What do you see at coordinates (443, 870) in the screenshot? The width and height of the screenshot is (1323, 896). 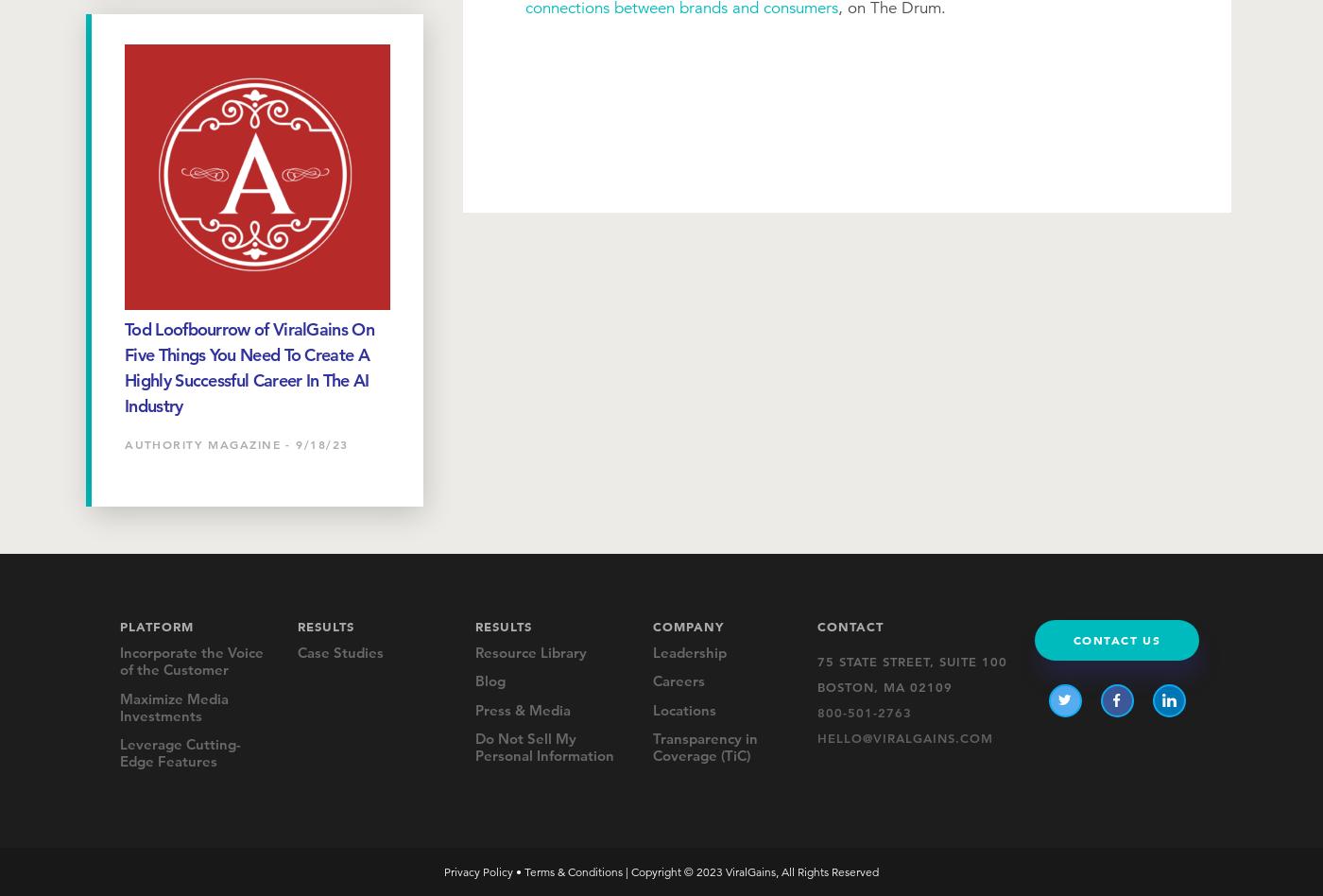 I see `'Privacy Policy'` at bounding box center [443, 870].